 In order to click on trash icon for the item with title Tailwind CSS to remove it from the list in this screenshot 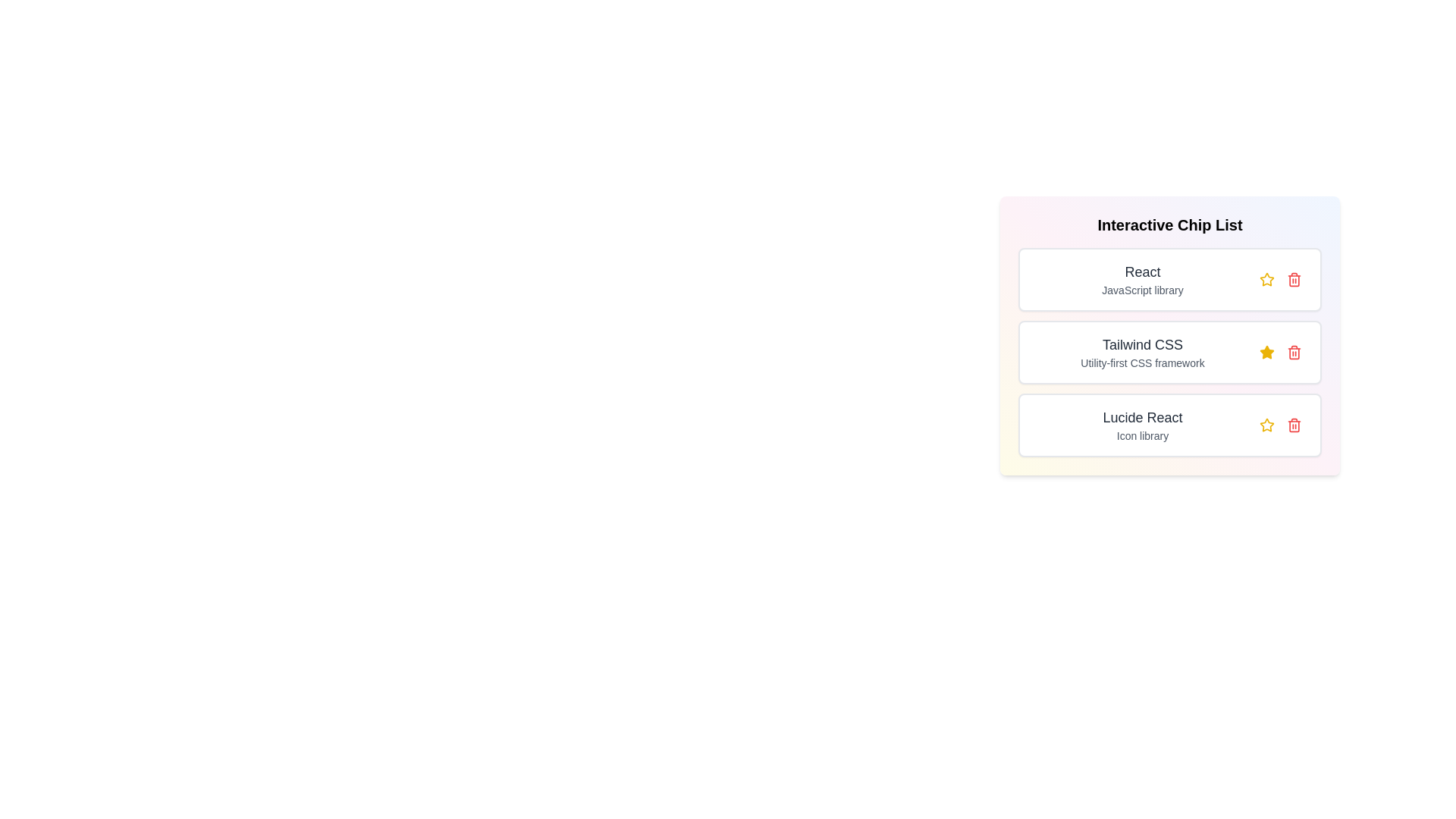, I will do `click(1294, 353)`.